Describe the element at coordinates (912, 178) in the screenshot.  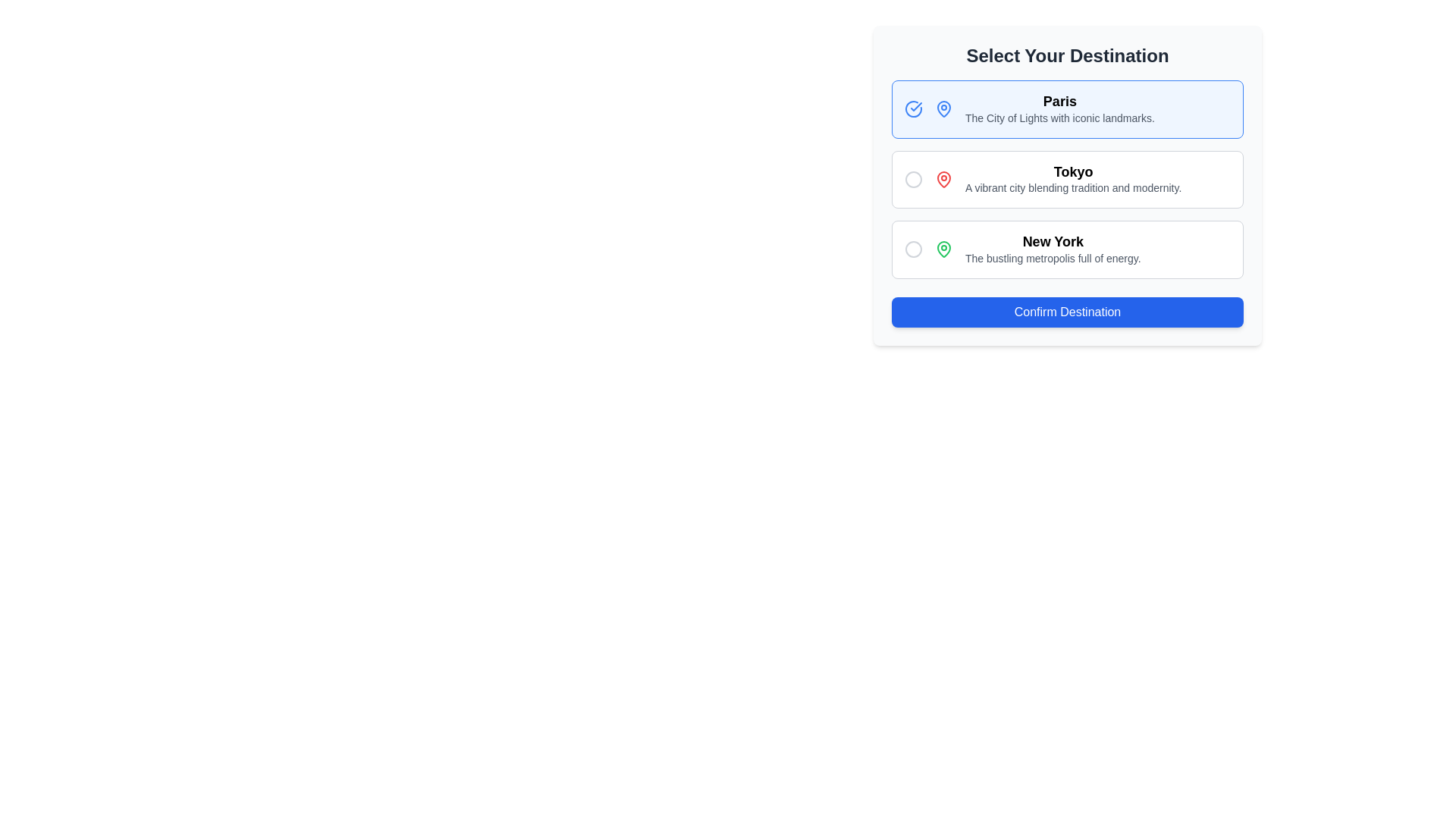
I see `the second radio button indicator for the 'Tokyo' option in the destination selection interface using keyboard navigation` at that location.